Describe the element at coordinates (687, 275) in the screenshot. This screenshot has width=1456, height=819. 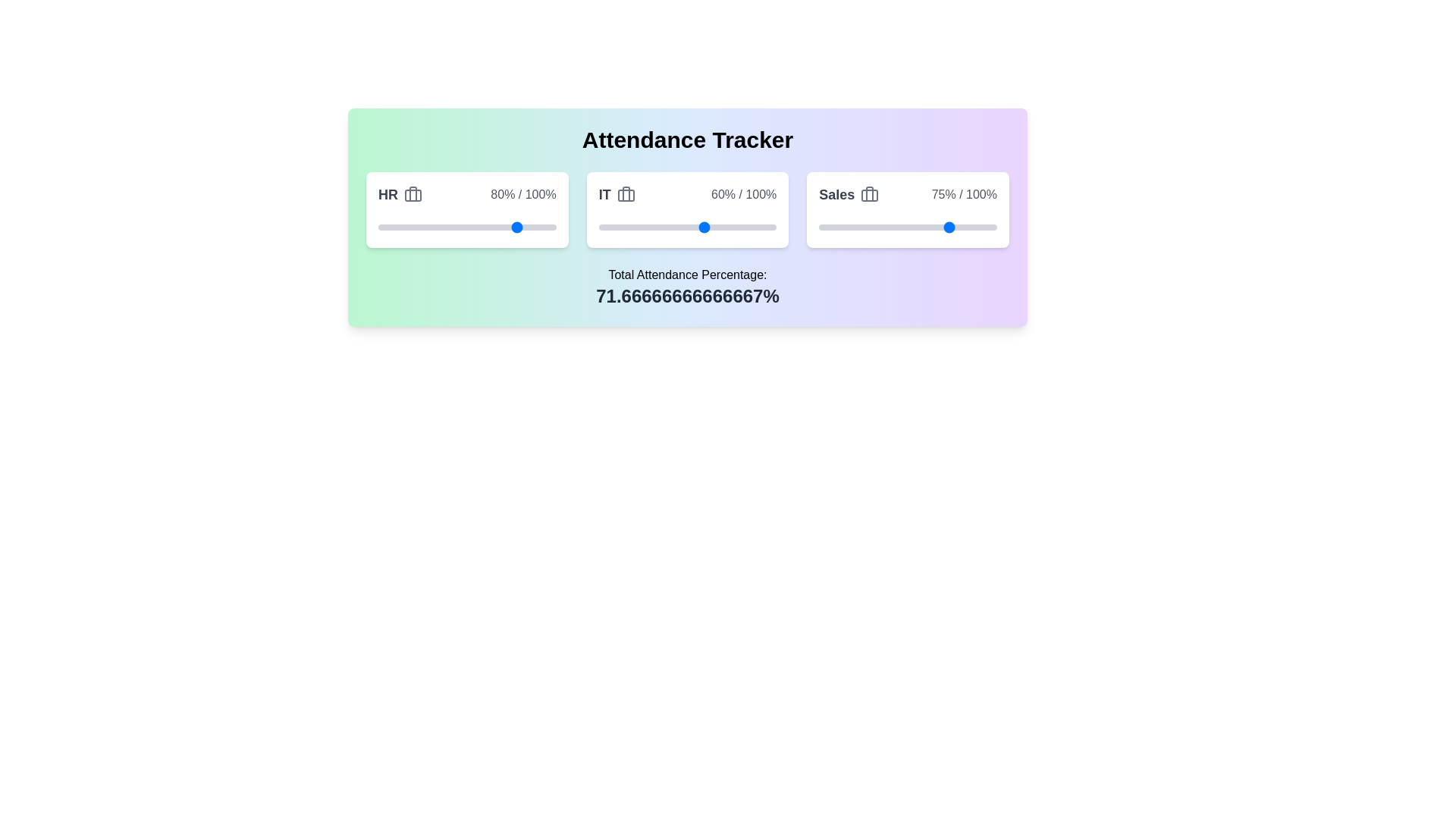
I see `the text label that describes the attendance percentage, positioned at the bottom of the attendance data panel, directly above the bold percentage value` at that location.